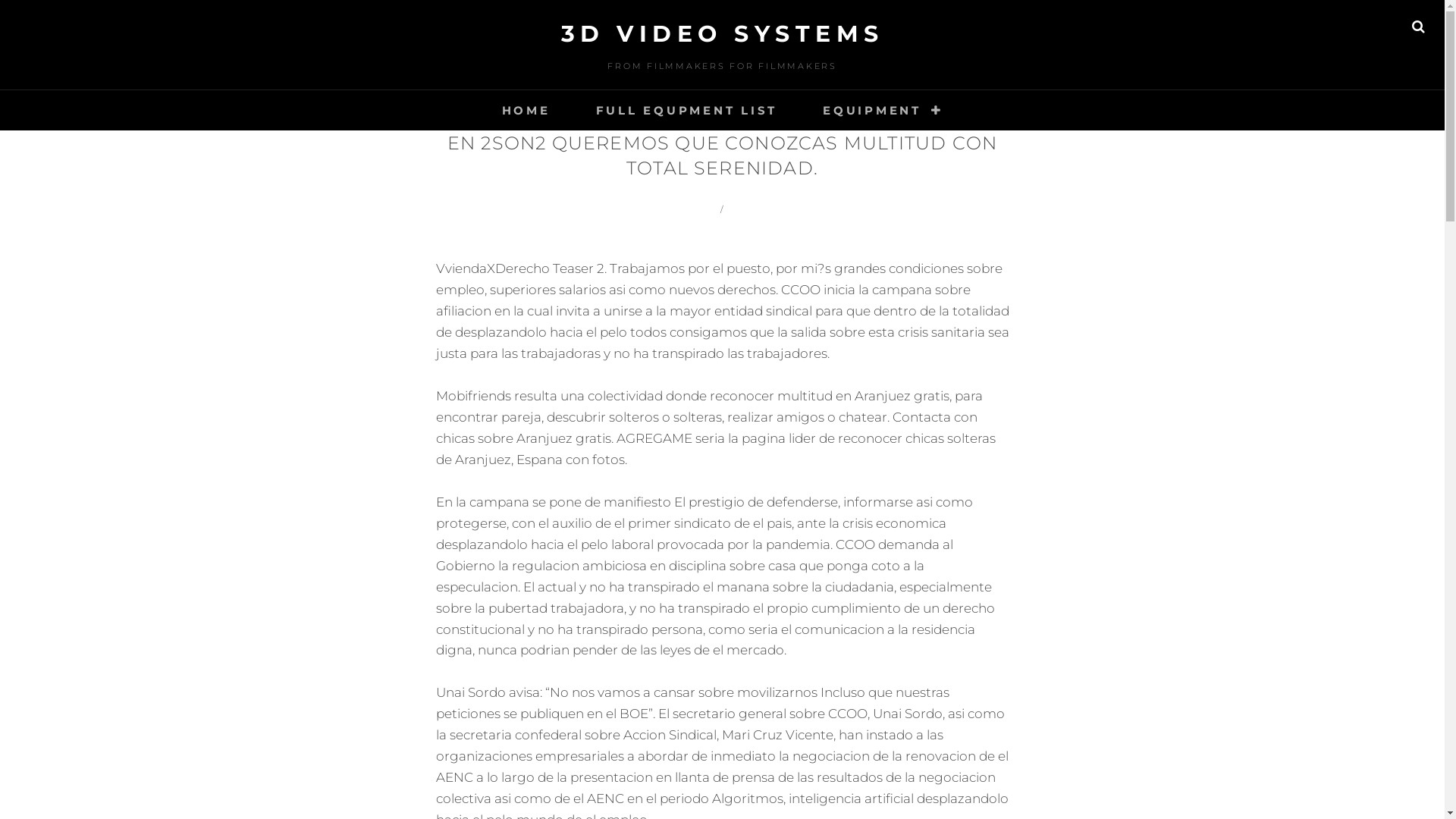 The image size is (1456, 819). Describe the element at coordinates (883, 109) in the screenshot. I see `'EQUIPMENT'` at that location.